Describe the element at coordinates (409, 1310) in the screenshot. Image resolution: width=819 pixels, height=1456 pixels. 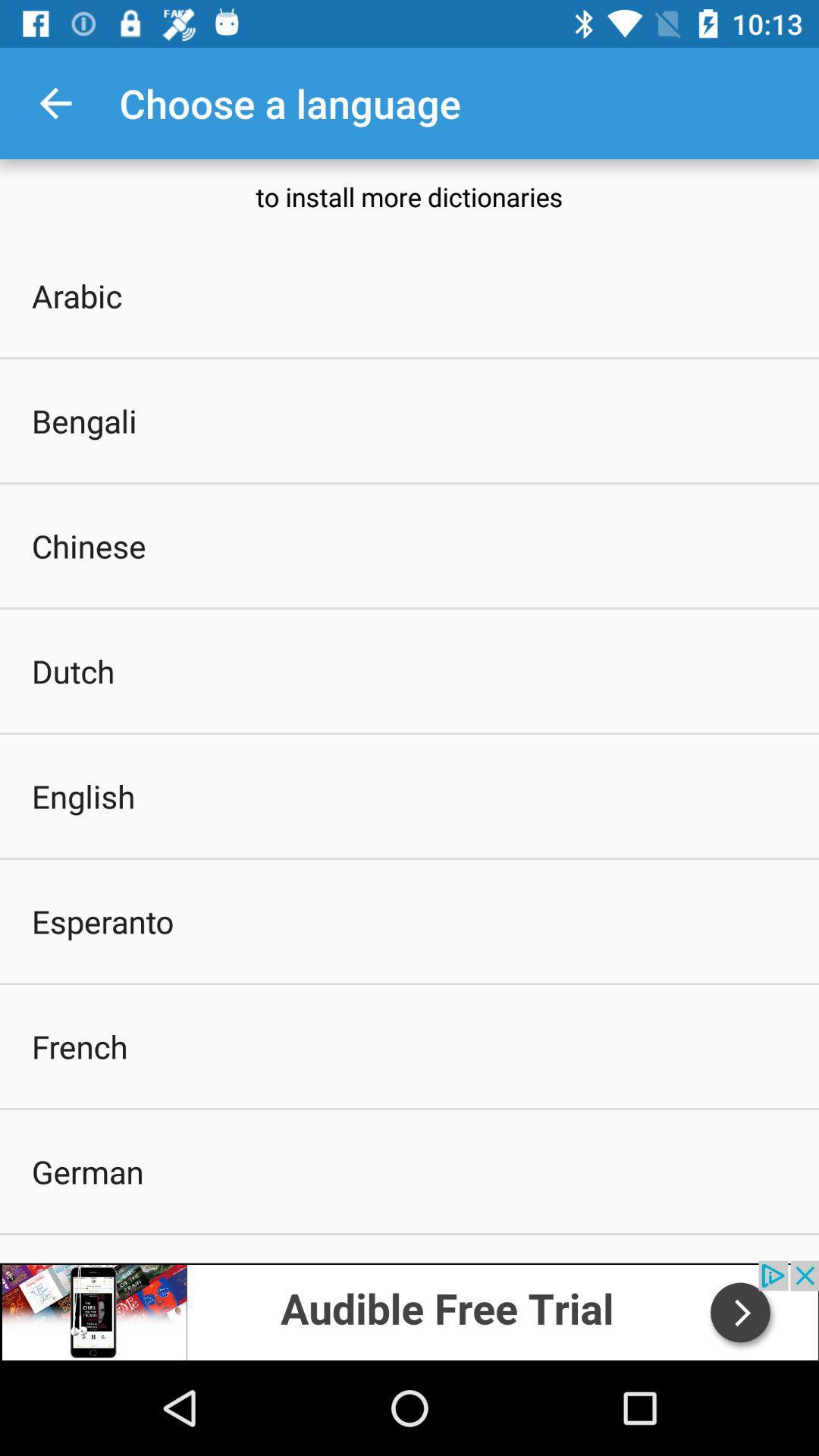
I see `share link` at that location.